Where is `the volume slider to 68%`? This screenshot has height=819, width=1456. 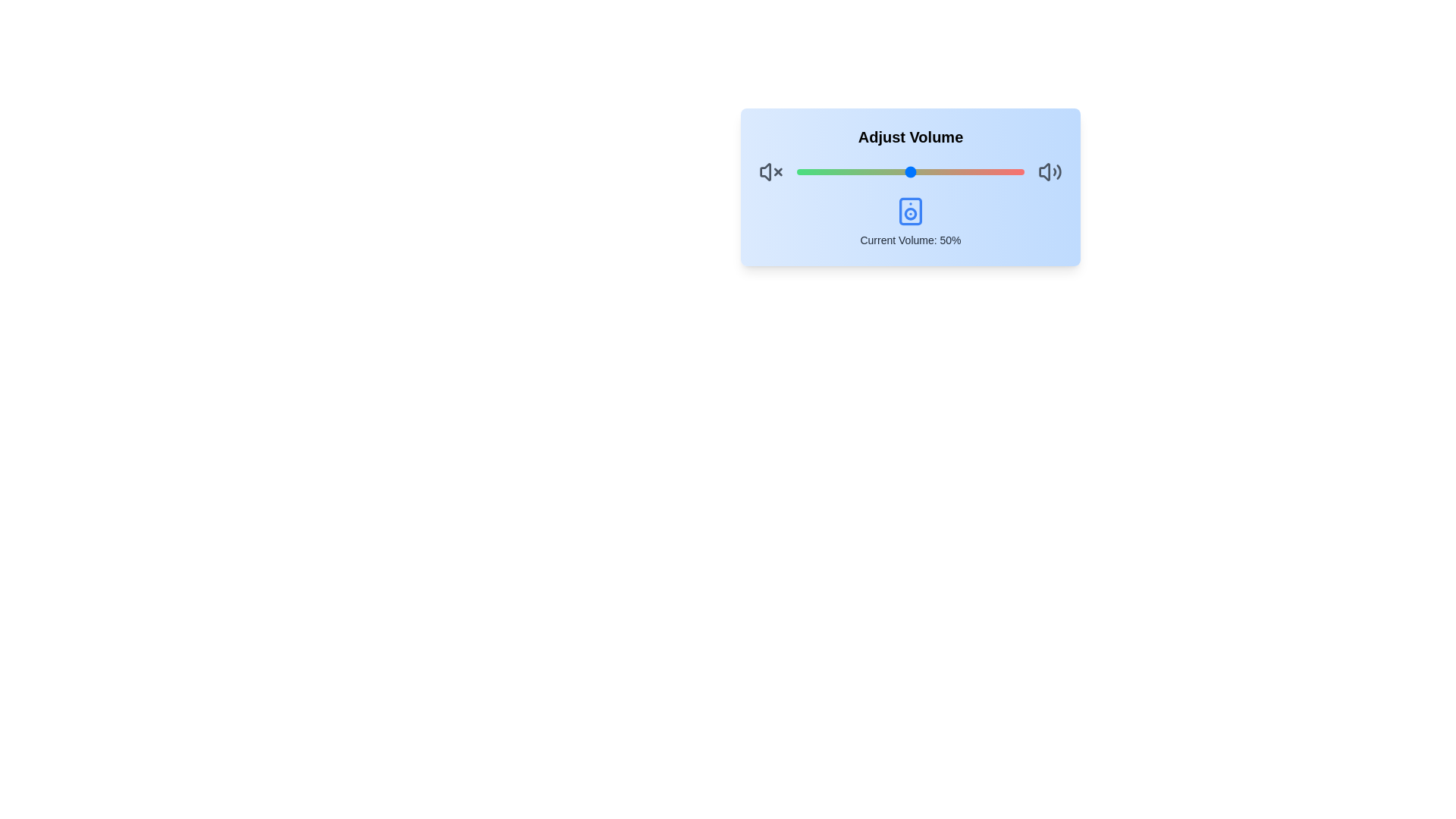
the volume slider to 68% is located at coordinates (950, 171).